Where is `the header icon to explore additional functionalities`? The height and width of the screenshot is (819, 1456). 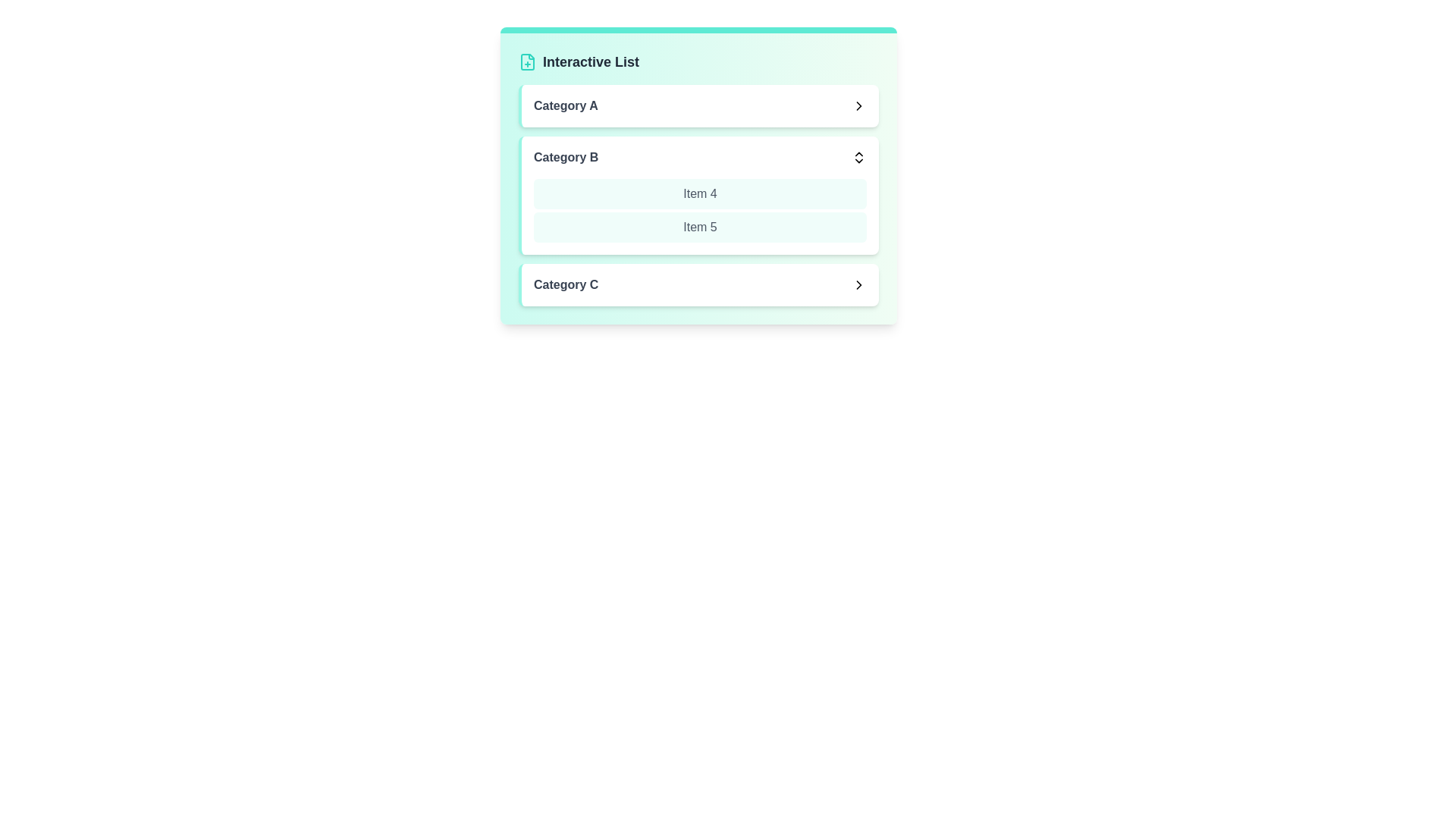 the header icon to explore additional functionalities is located at coordinates (528, 61).